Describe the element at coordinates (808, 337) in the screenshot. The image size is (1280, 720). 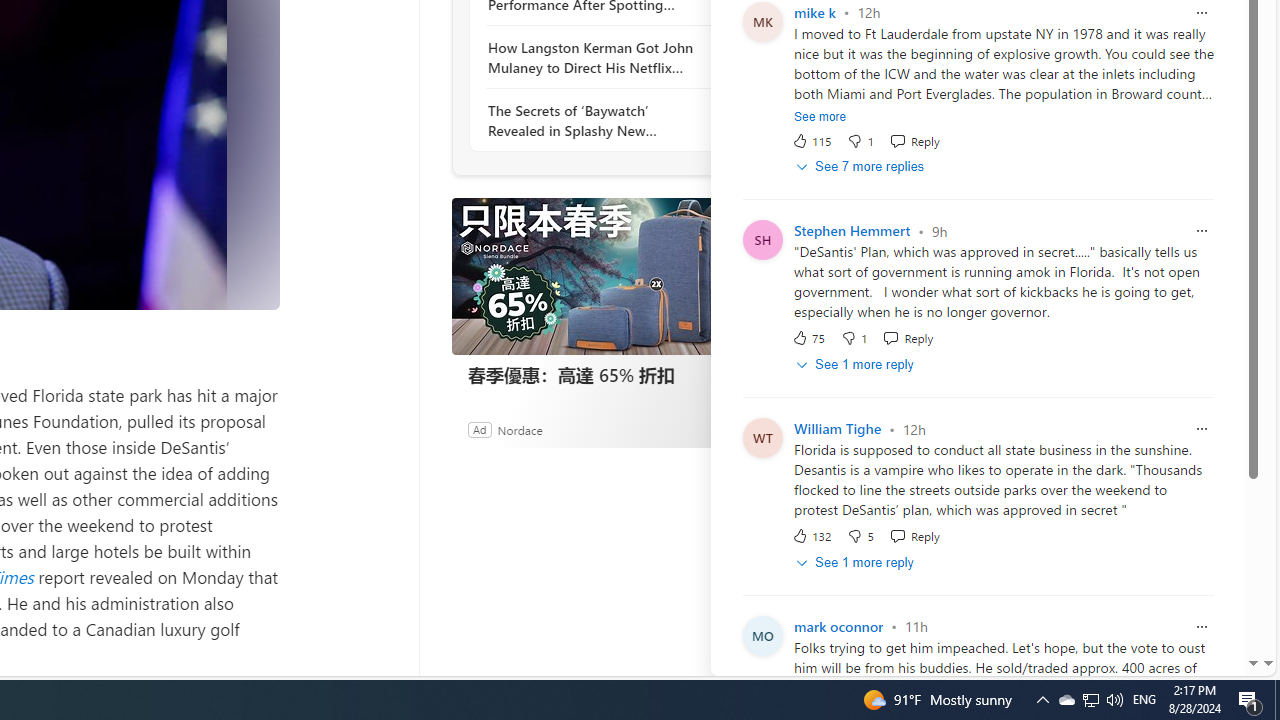
I see `'75 Like'` at that location.